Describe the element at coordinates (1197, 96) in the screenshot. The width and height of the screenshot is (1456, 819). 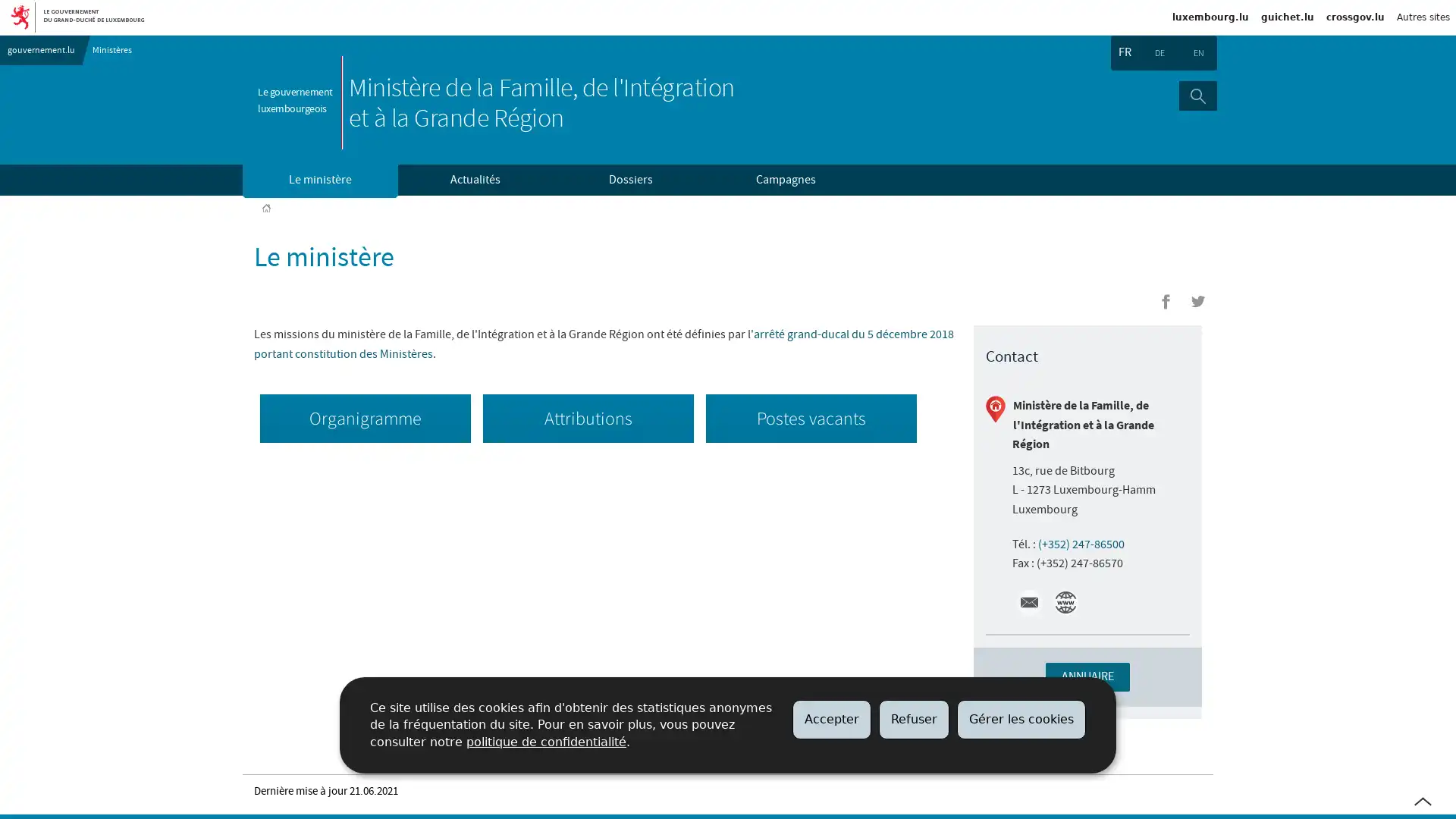
I see `Rechercher` at that location.